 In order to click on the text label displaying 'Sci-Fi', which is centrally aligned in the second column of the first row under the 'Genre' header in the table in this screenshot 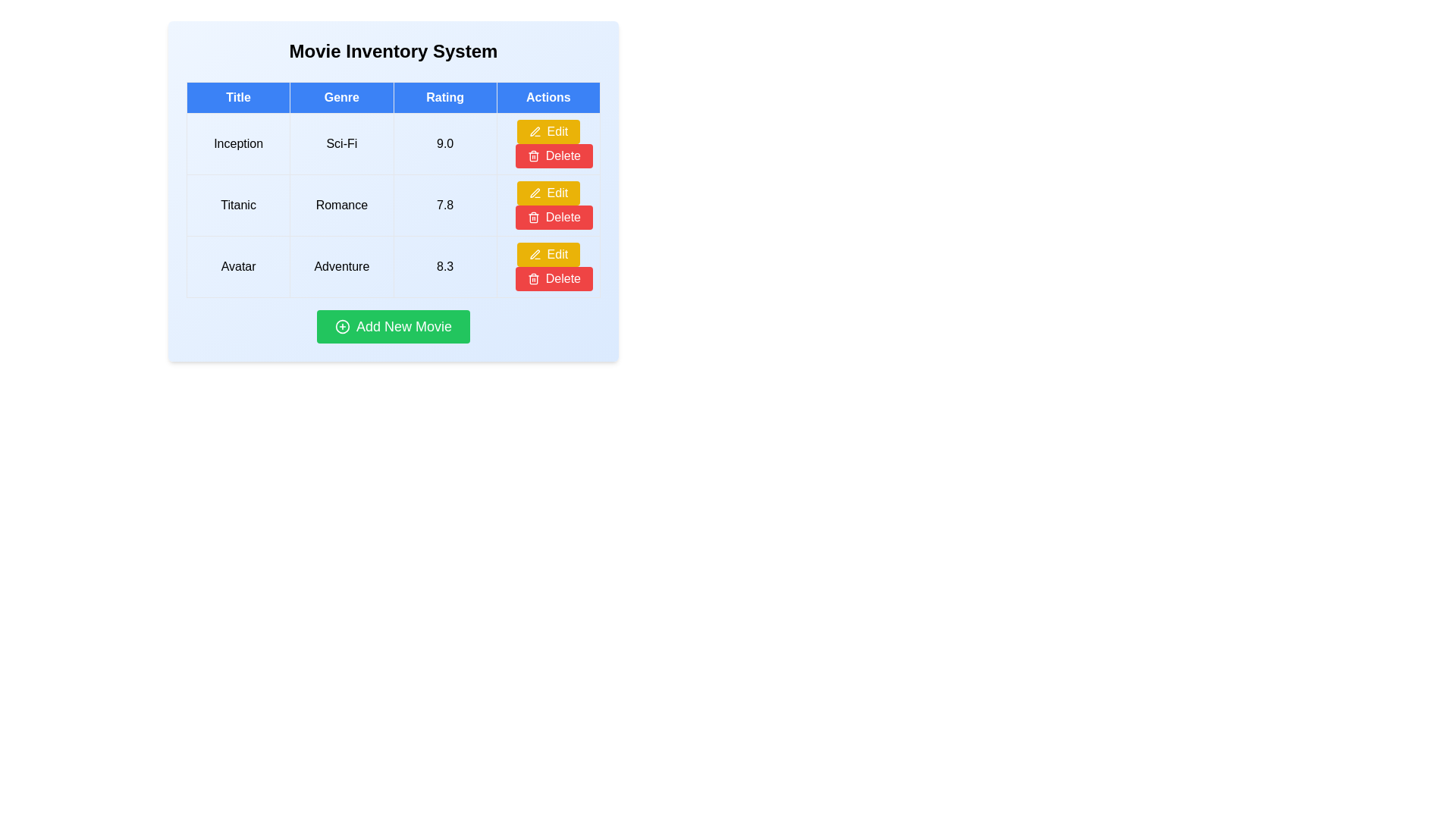, I will do `click(340, 143)`.